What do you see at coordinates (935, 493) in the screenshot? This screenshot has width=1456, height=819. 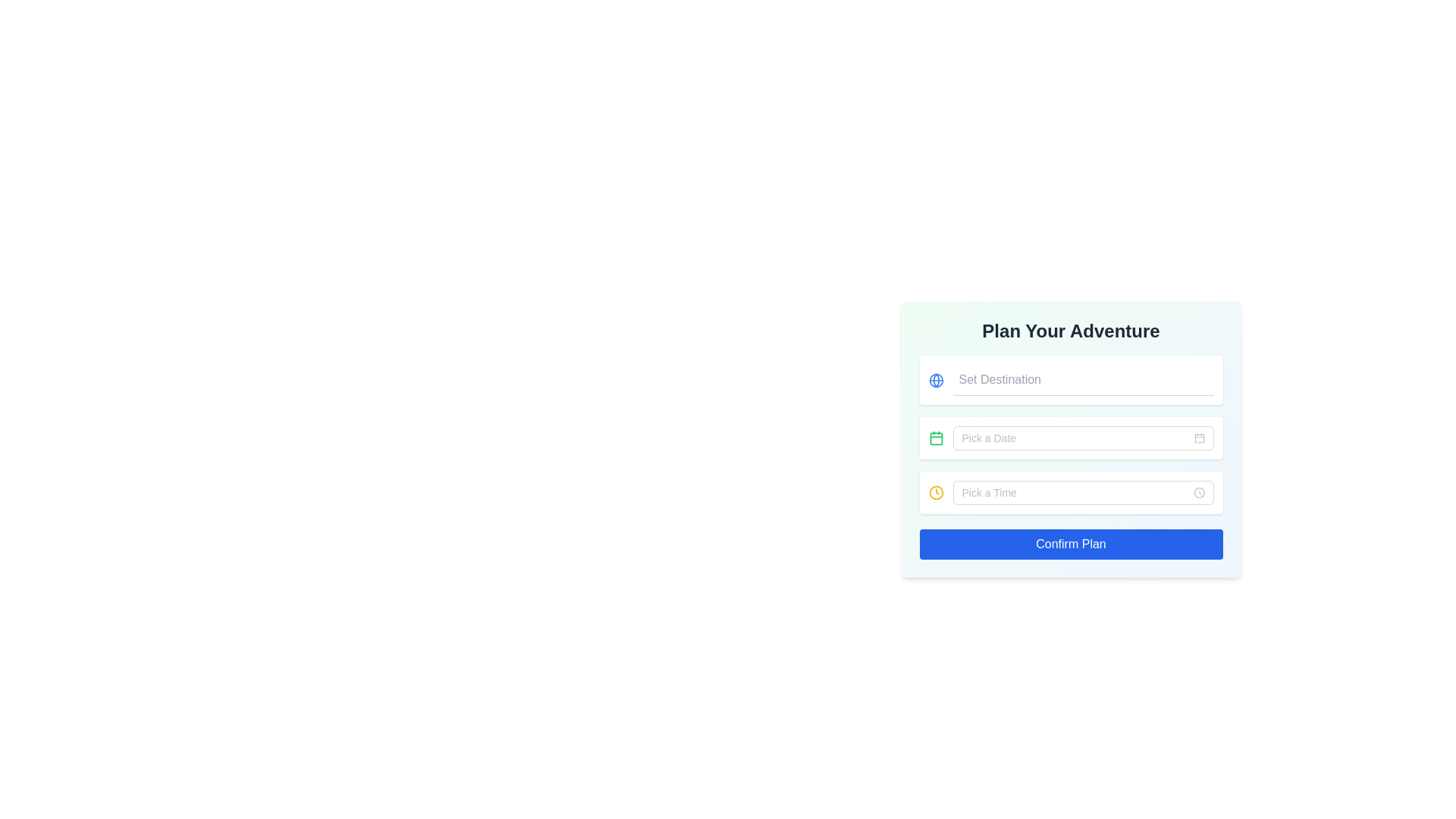 I see `the time-picking icon, which is the left-most icon in the first row of input fields` at bounding box center [935, 493].